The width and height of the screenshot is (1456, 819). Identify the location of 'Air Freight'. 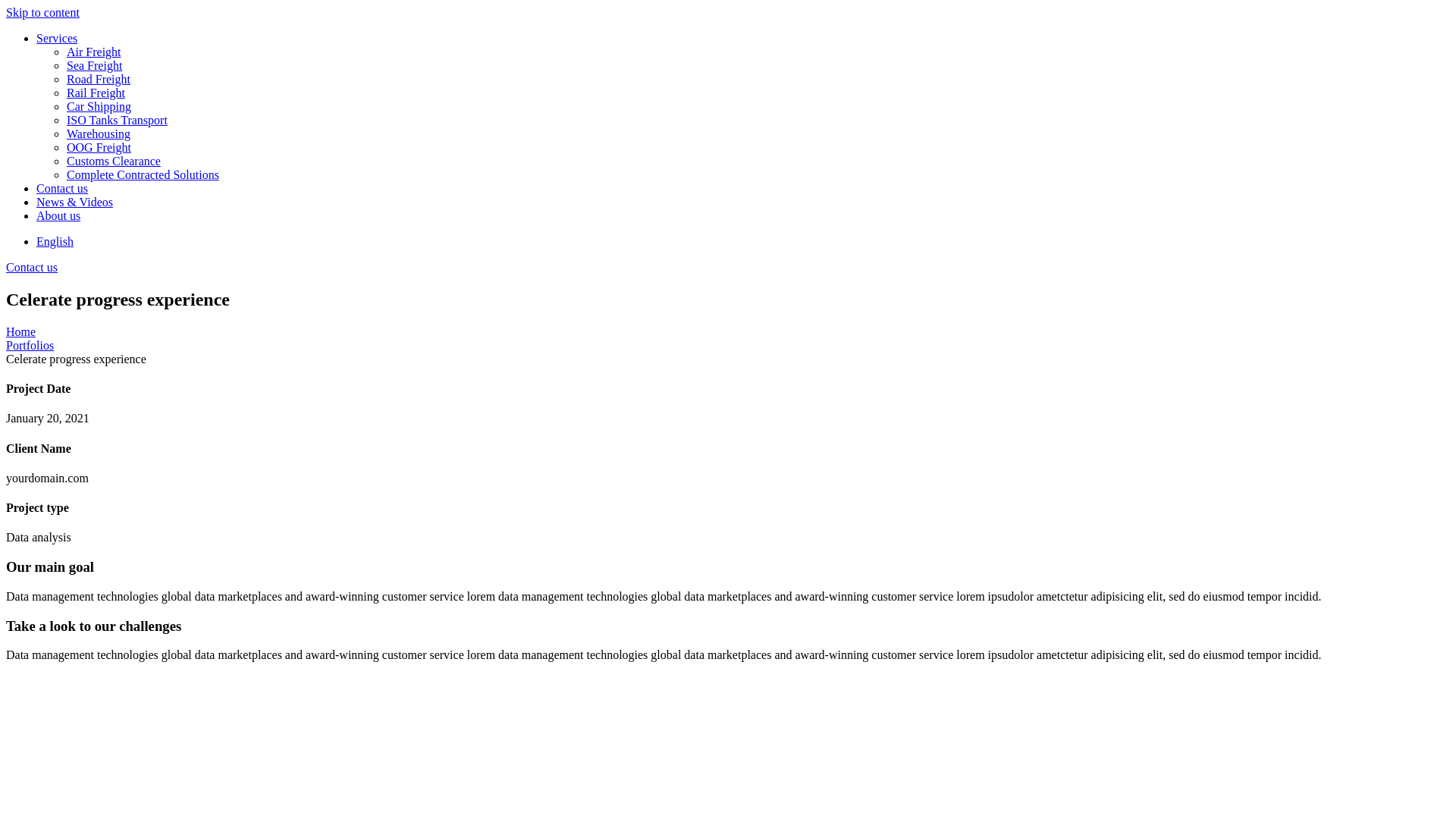
(65, 52).